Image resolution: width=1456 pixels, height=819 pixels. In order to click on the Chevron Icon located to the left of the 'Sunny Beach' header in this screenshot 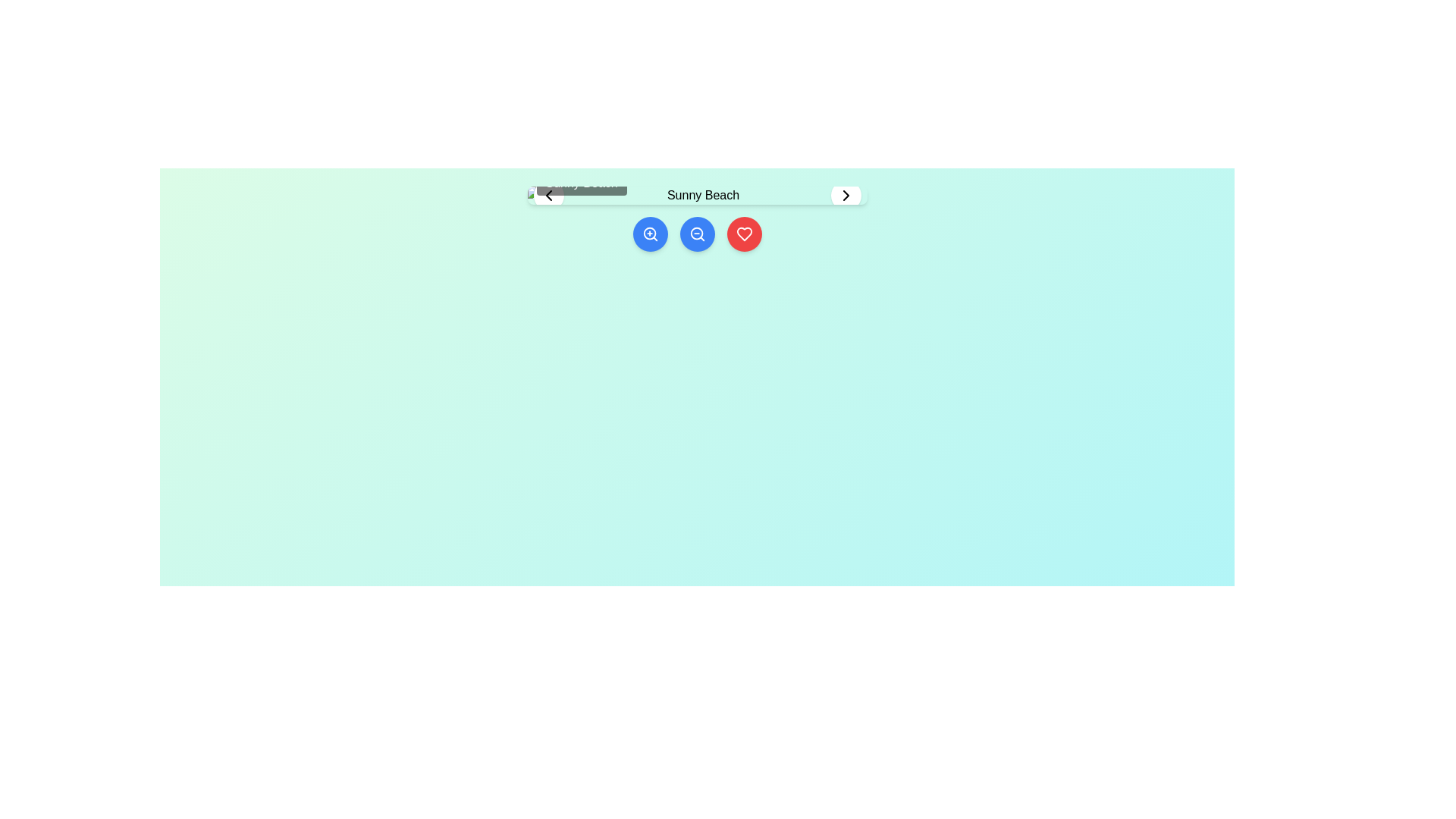, I will do `click(548, 195)`.